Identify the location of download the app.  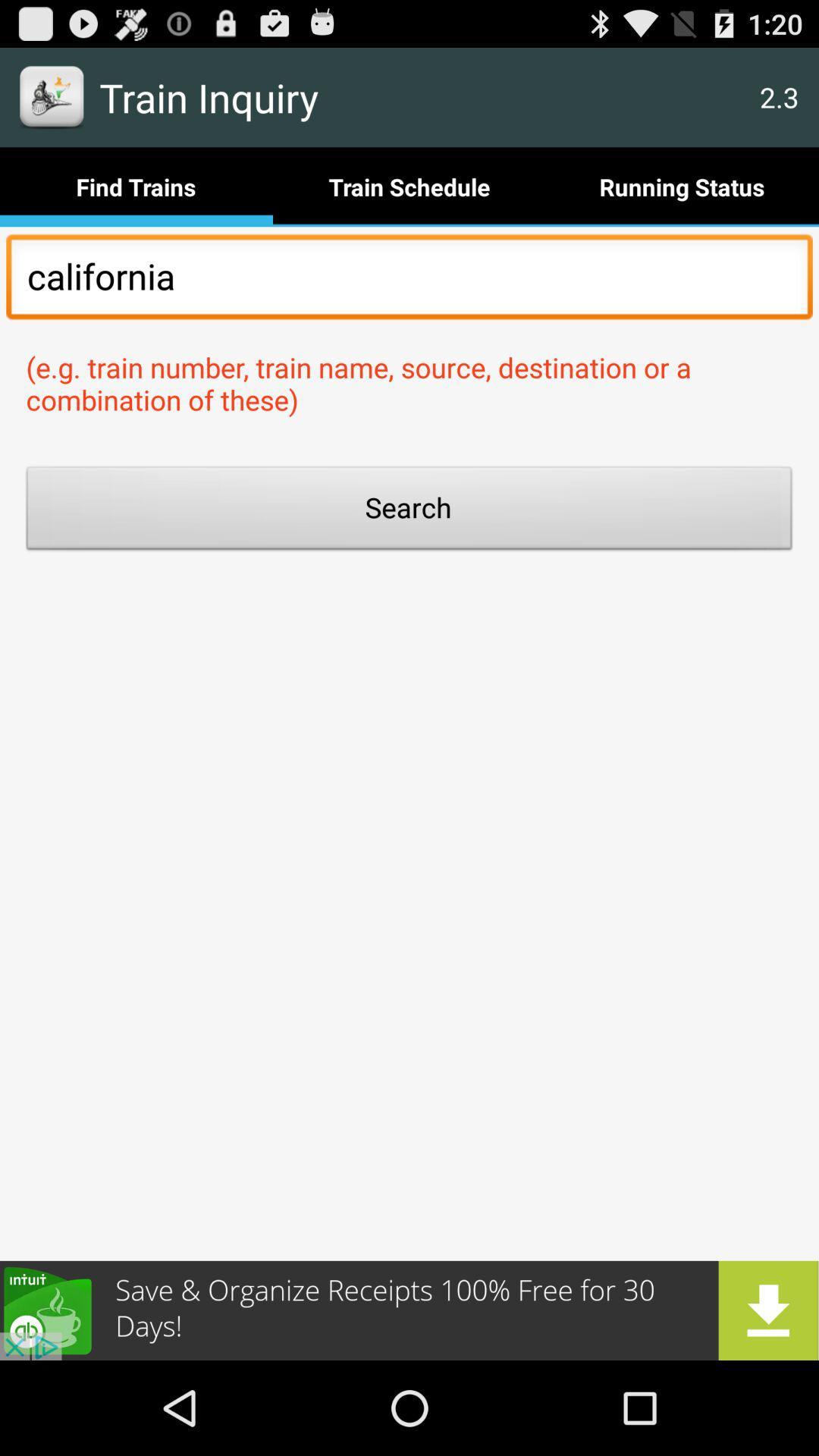
(409, 1310).